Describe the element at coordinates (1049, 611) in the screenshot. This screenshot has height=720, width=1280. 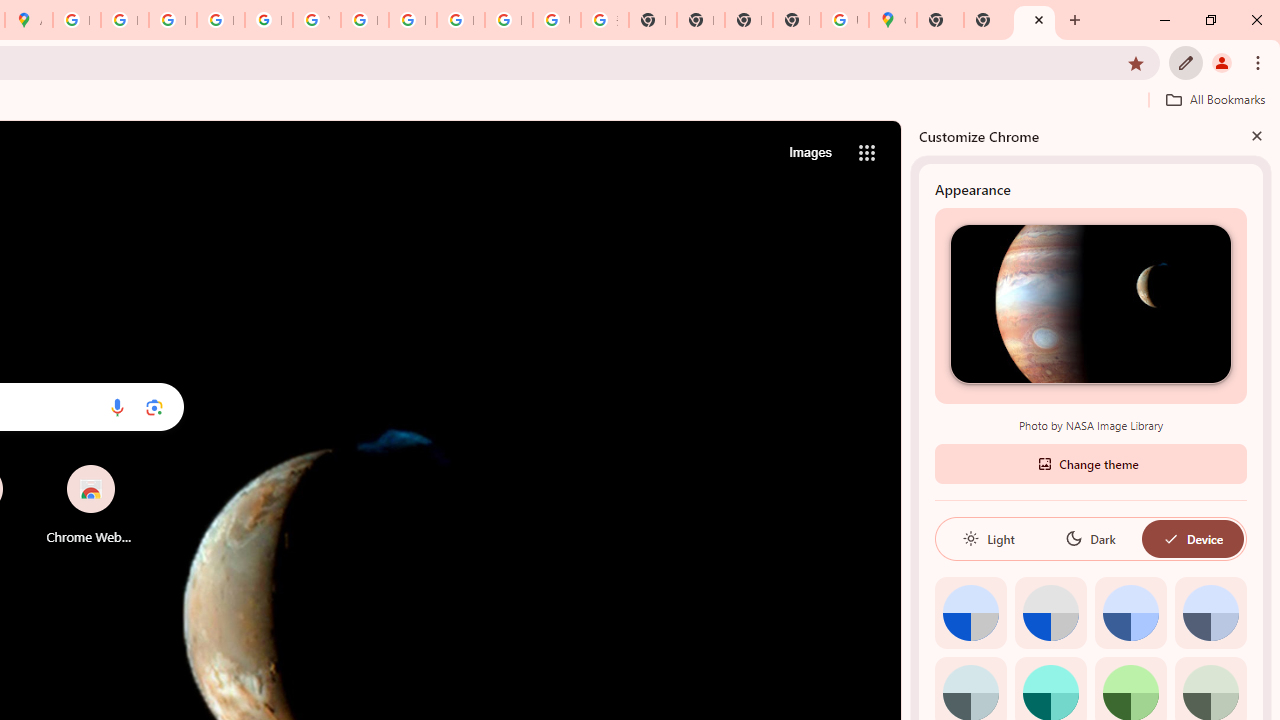
I see `'Grey default color'` at that location.